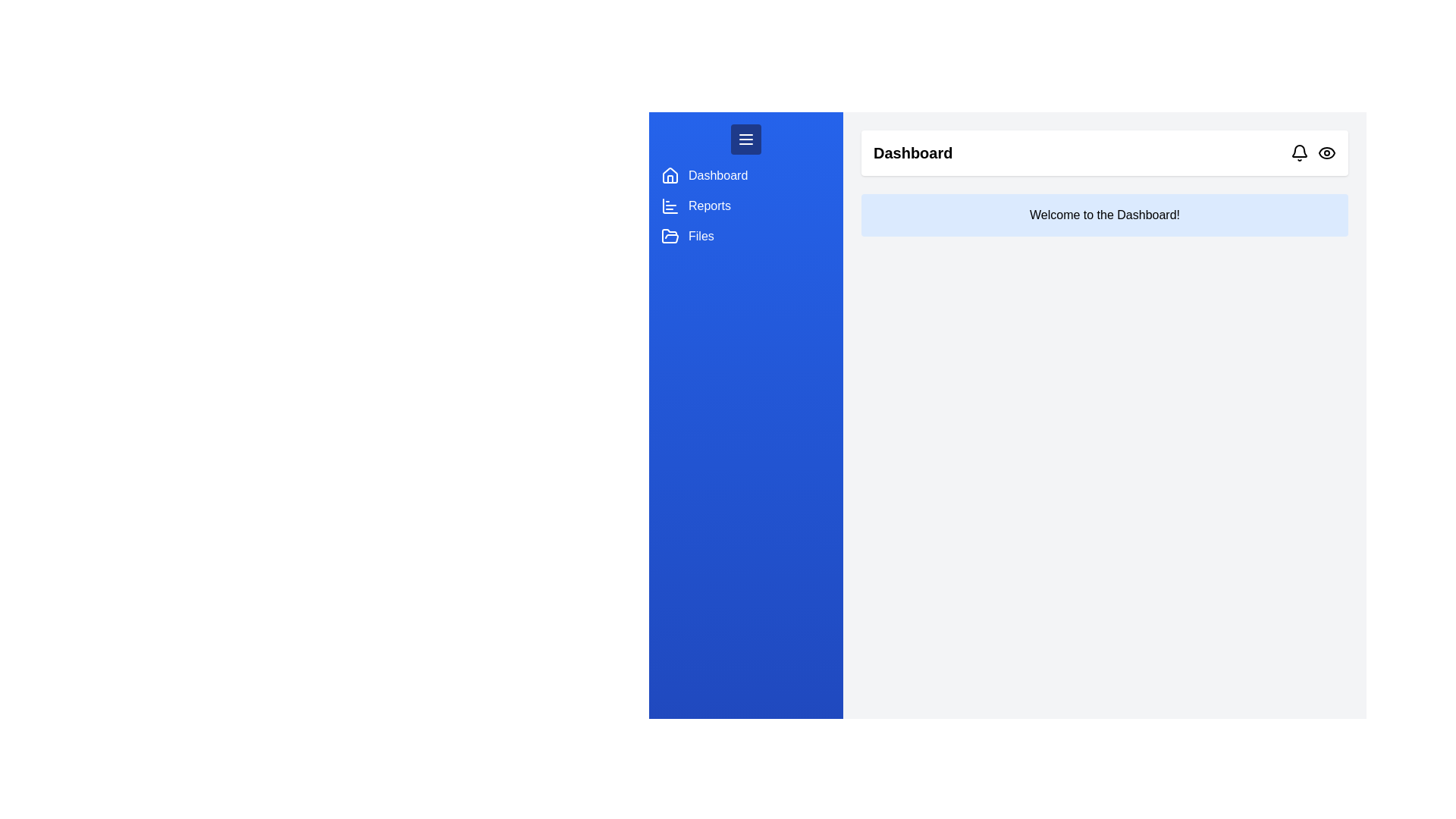 This screenshot has height=819, width=1456. I want to click on the first Navigation link with a house icon and 'Dashboard' text, so click(745, 174).